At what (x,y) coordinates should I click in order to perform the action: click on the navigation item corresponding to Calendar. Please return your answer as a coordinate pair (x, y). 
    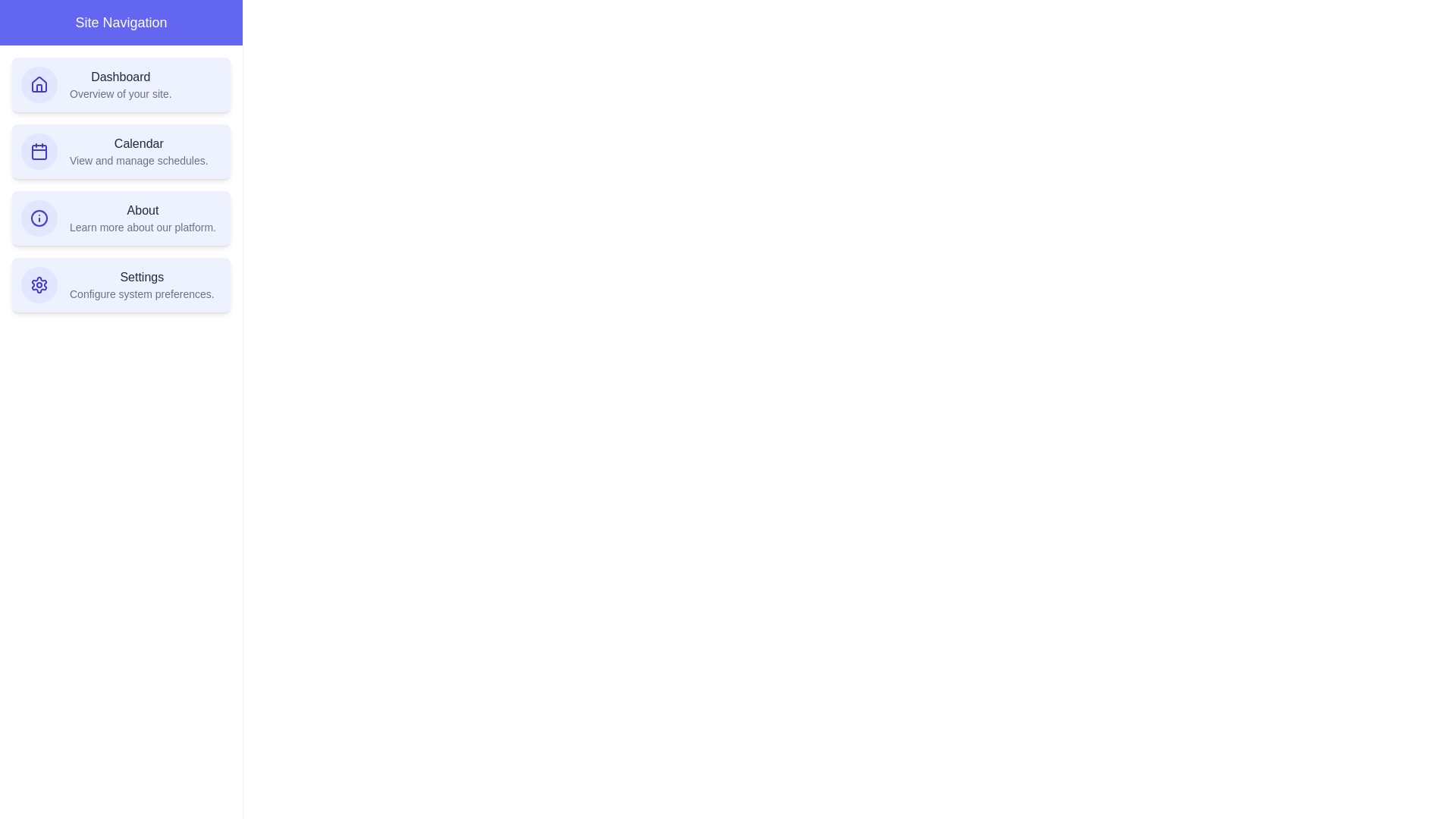
    Looking at the image, I should click on (120, 152).